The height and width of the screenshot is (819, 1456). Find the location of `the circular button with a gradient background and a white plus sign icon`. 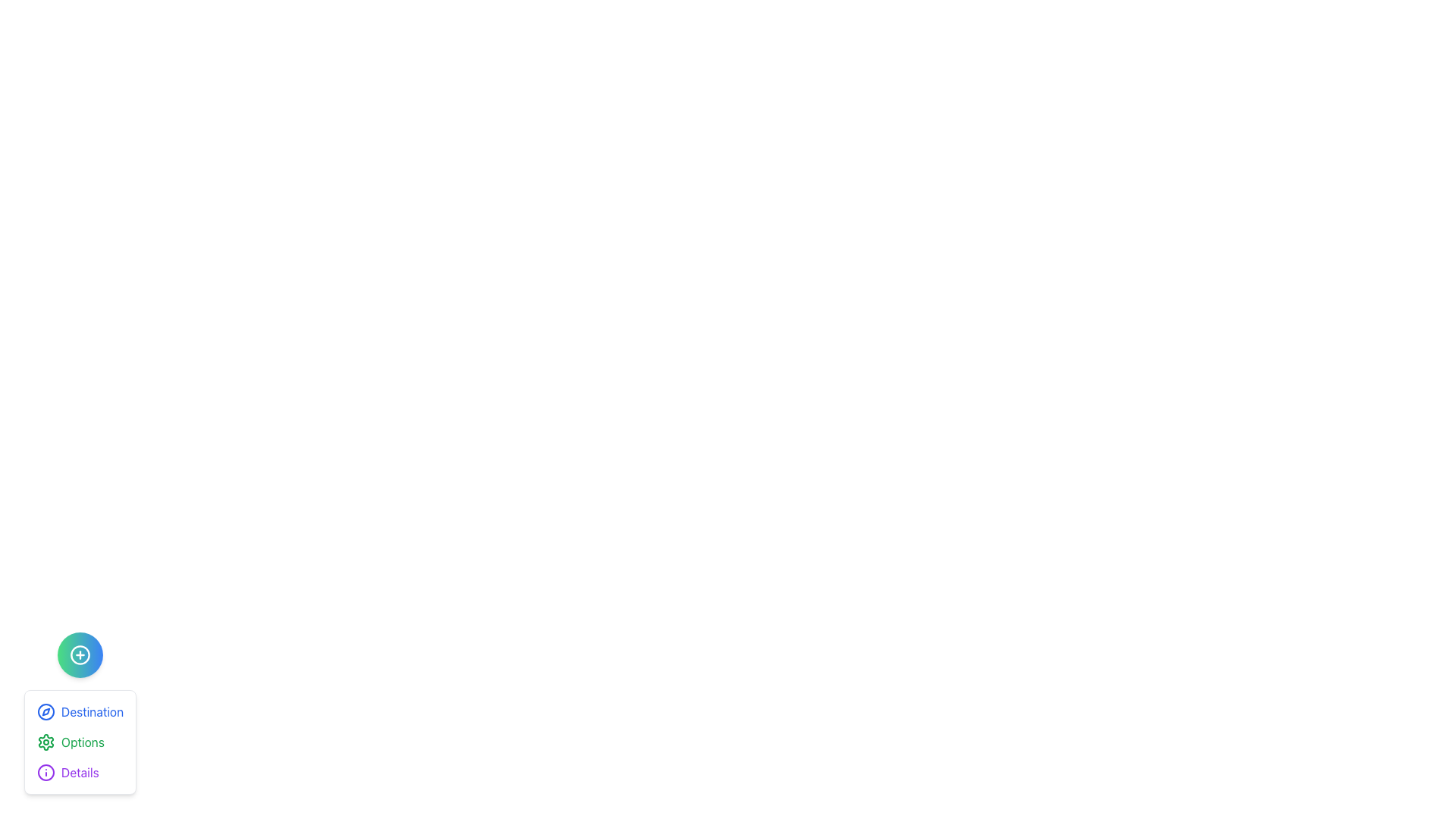

the circular button with a gradient background and a white plus sign icon is located at coordinates (79, 654).